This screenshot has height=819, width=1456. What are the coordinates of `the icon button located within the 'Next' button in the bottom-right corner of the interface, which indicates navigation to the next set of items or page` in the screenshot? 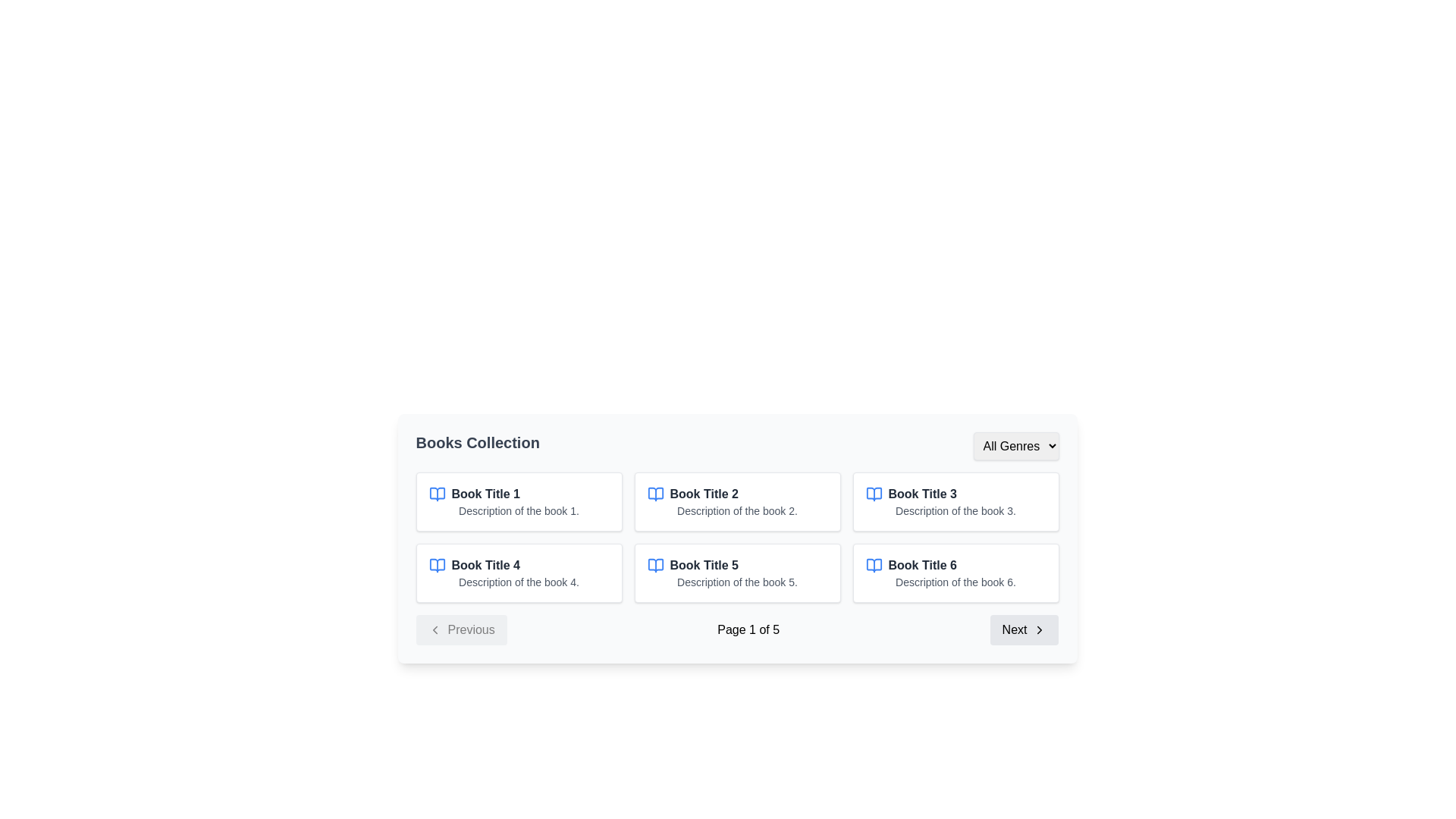 It's located at (1039, 629).